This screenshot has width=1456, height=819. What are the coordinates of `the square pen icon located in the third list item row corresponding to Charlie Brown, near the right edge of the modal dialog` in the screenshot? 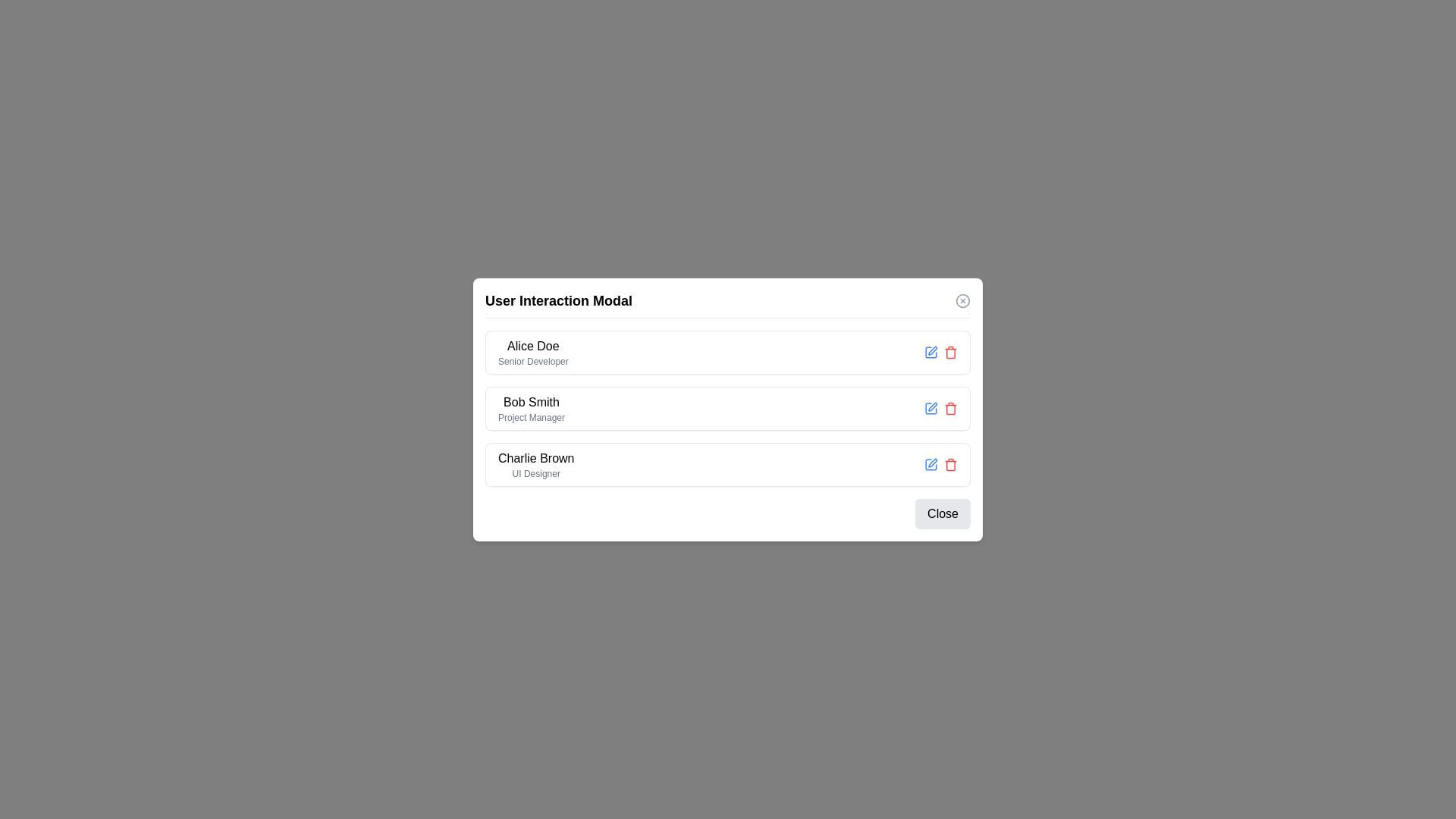 It's located at (930, 463).